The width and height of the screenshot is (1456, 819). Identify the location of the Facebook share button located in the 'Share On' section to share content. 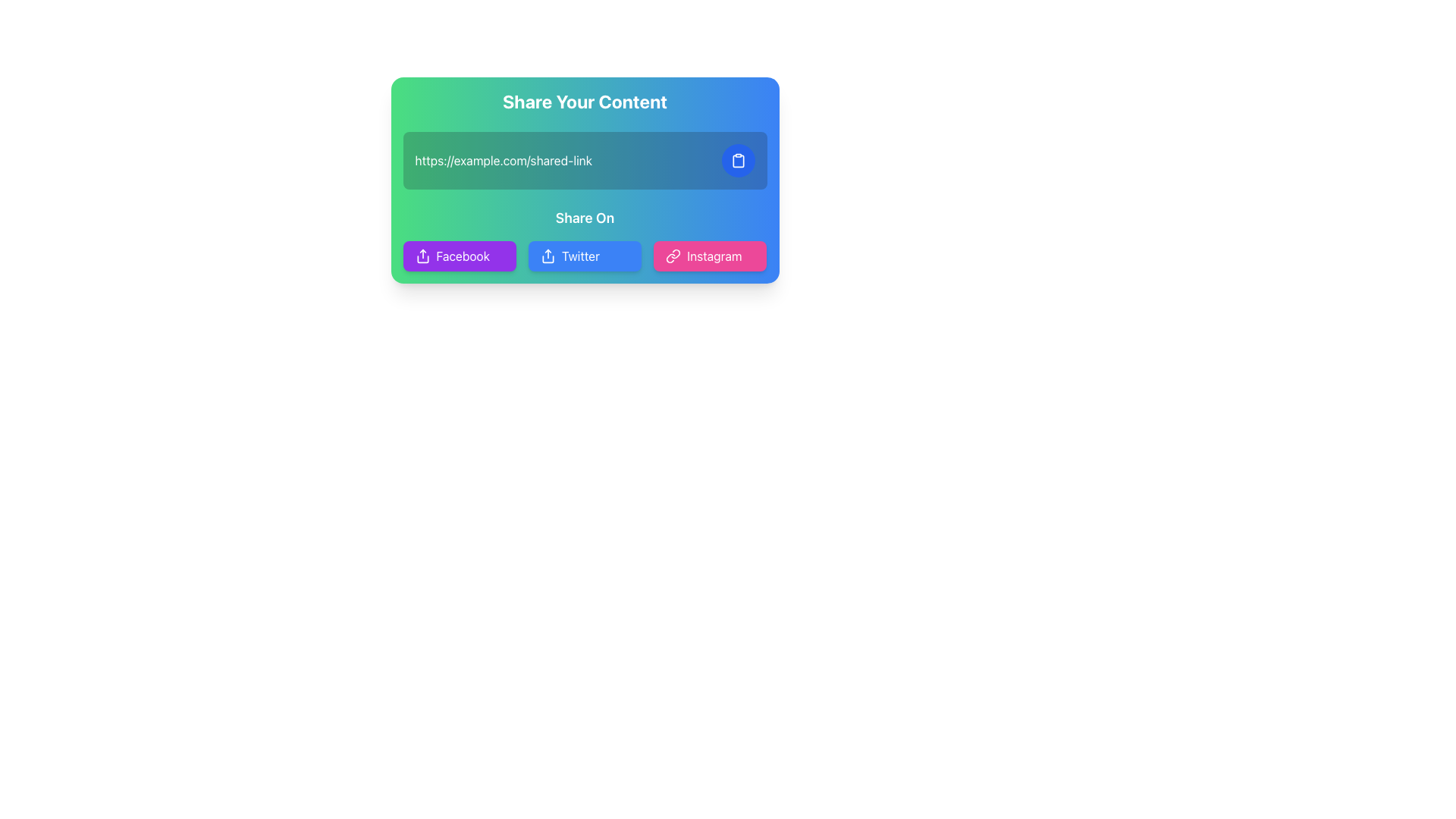
(459, 256).